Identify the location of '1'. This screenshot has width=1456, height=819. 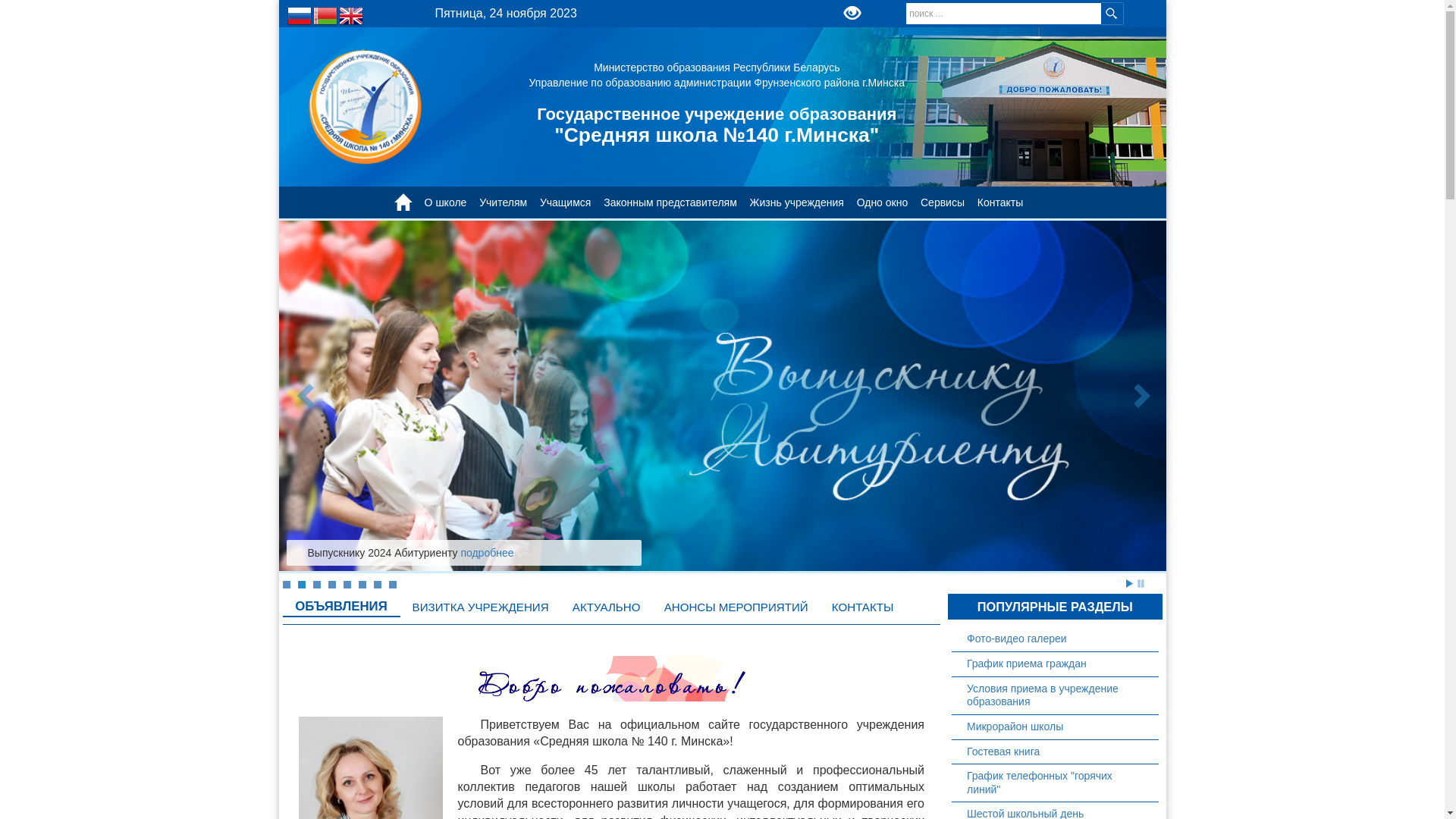
(282, 584).